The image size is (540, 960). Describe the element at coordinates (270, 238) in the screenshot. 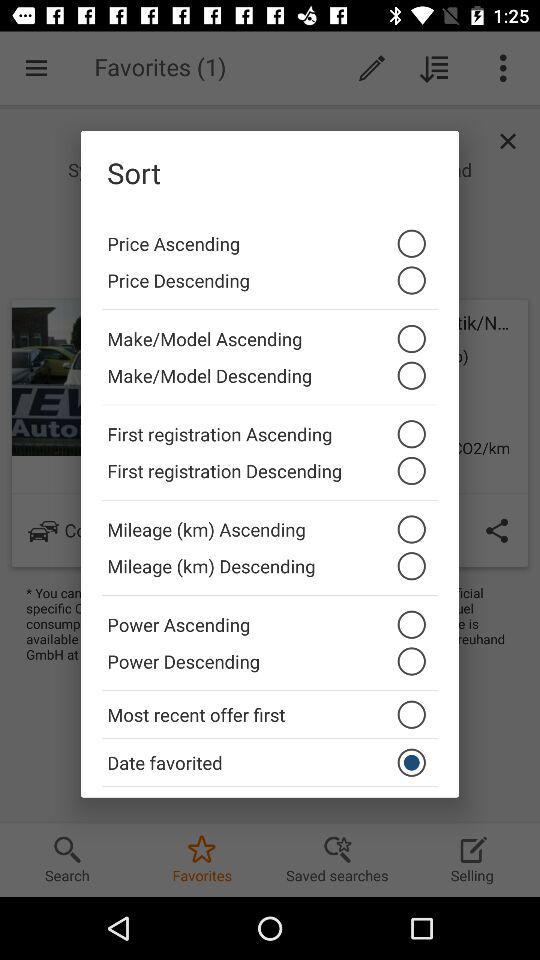

I see `the icon above the price descending item` at that location.